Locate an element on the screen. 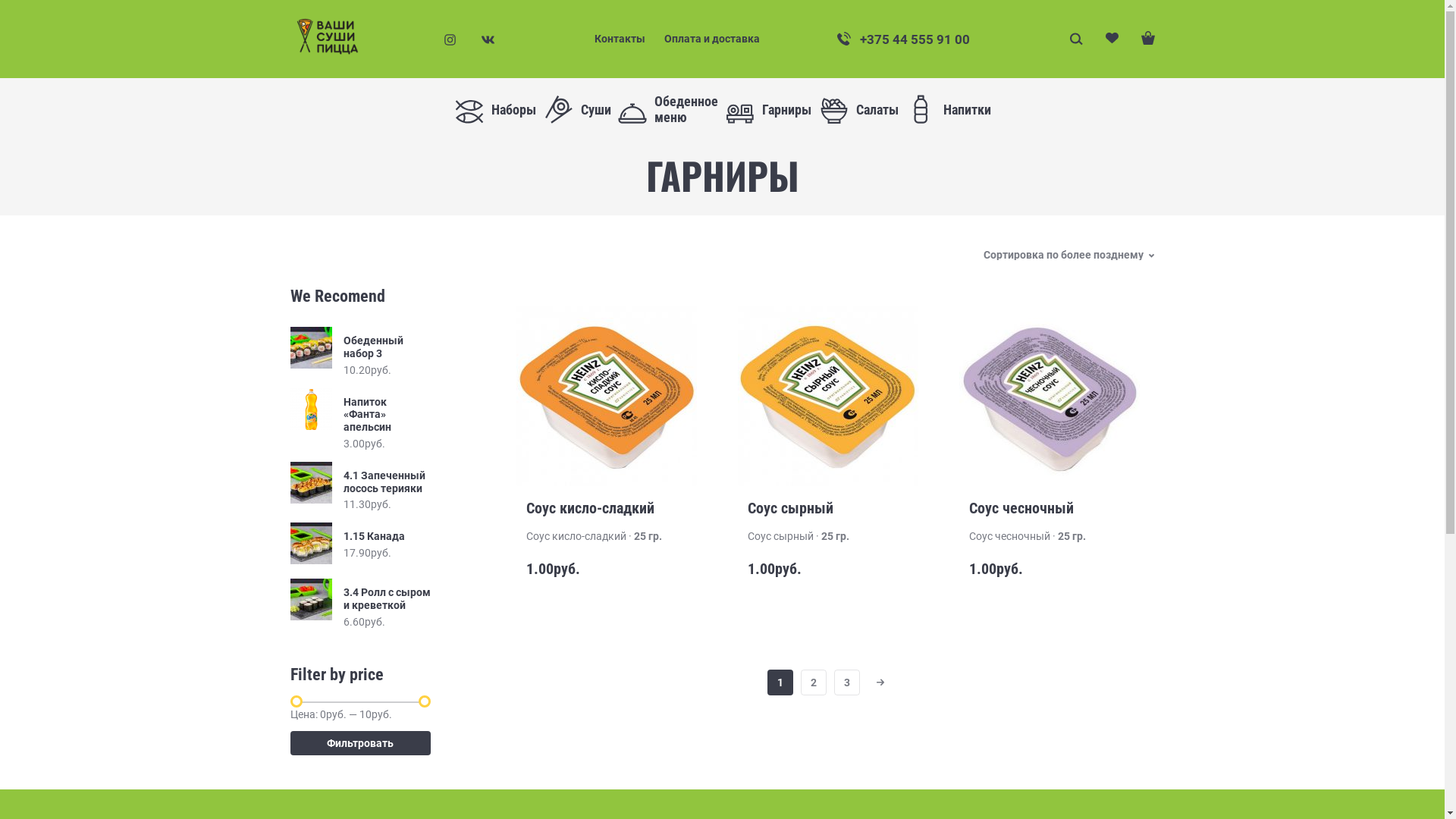  '3' is located at coordinates (846, 681).